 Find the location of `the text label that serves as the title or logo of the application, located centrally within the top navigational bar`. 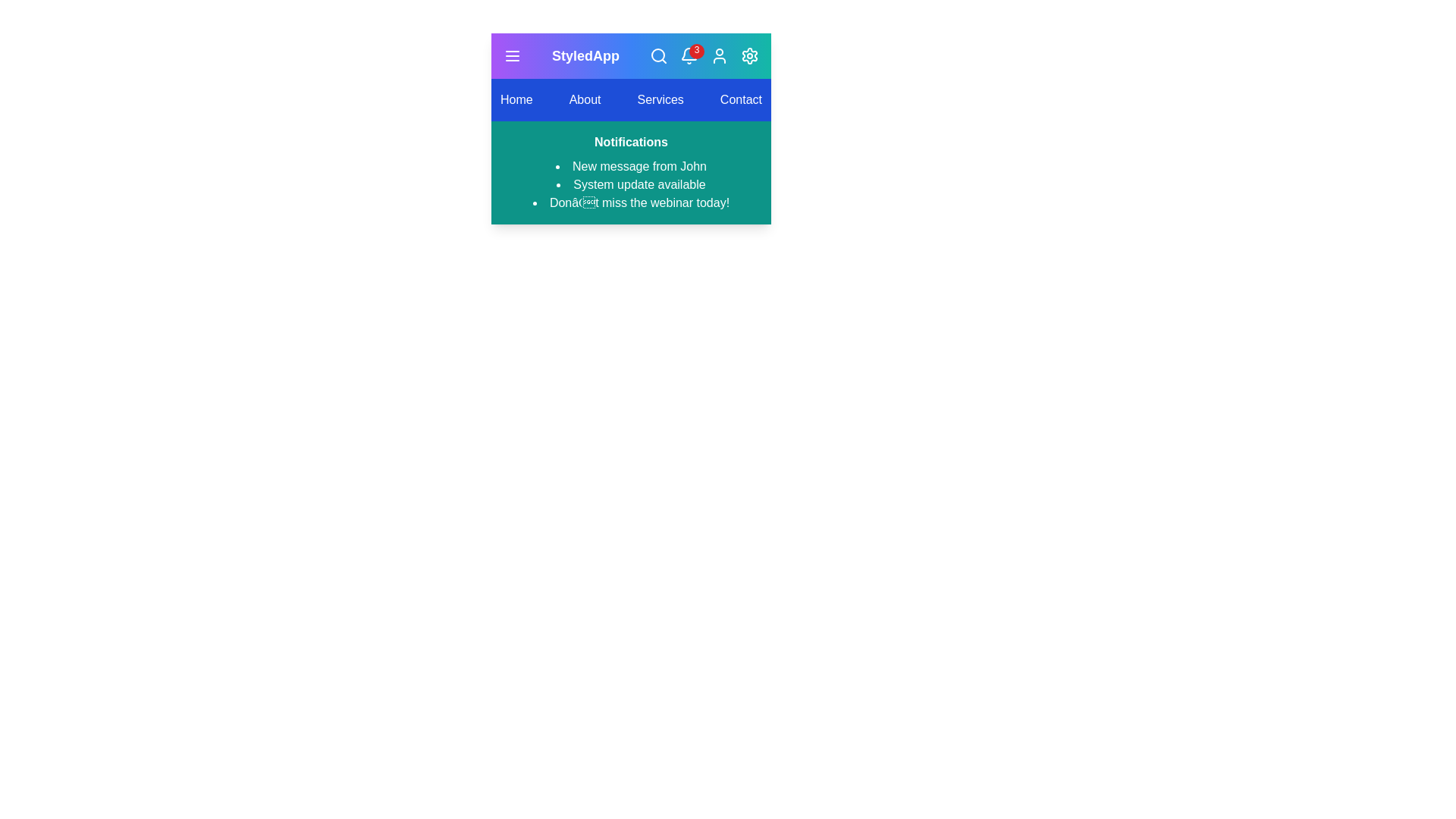

the text label that serves as the title or logo of the application, located centrally within the top navigational bar is located at coordinates (585, 55).